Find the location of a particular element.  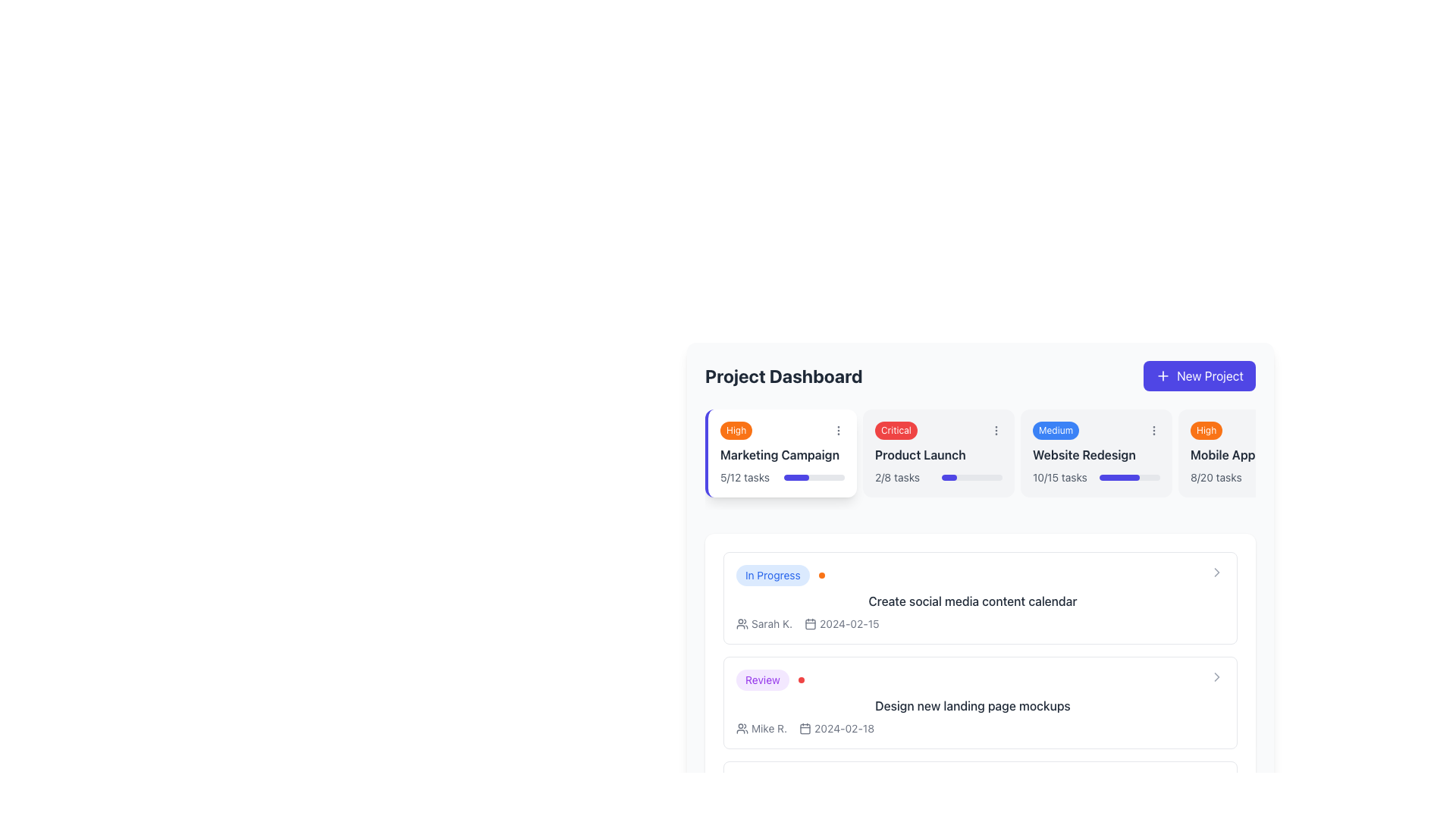

the text content of the contributor's label icon located at the beginning of the 'In Progress' card row, preceding the date '2024-02-15' is located at coordinates (764, 623).